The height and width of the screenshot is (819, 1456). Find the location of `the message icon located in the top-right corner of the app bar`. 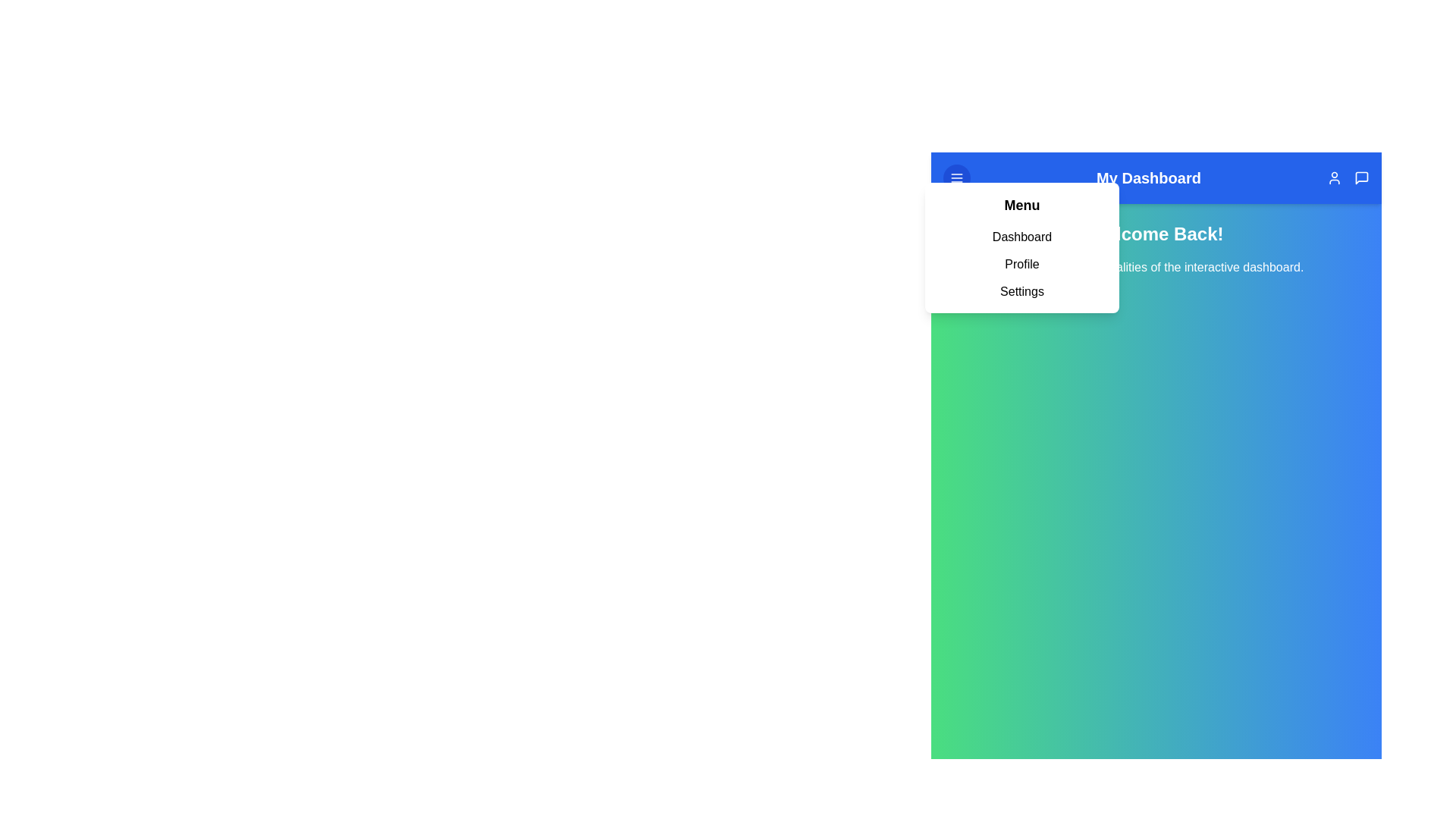

the message icon located in the top-right corner of the app bar is located at coordinates (1361, 177).